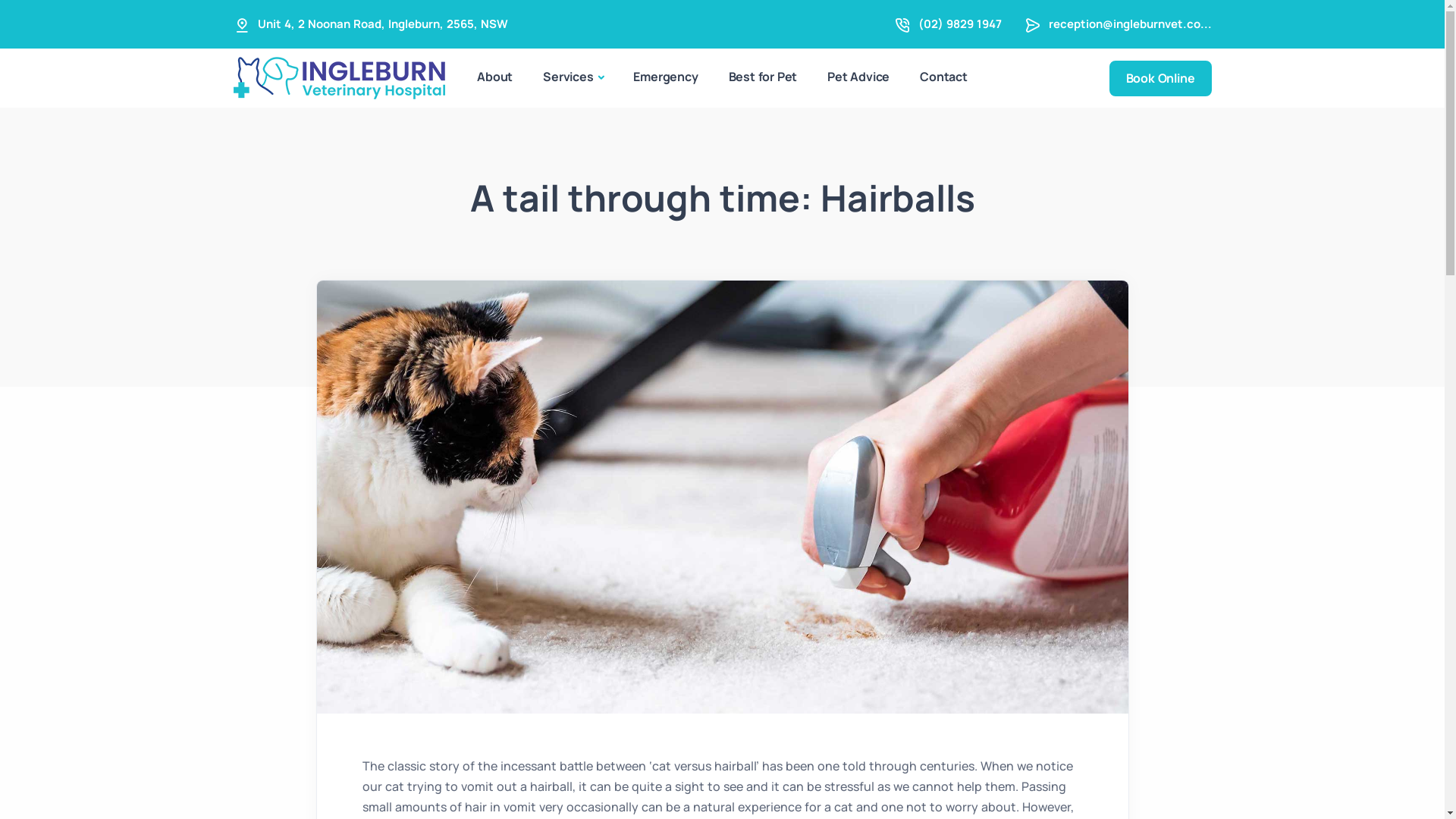 Image resolution: width=1456 pixels, height=819 pixels. I want to click on 'reception@ingleburnvet.co...', so click(1129, 24).